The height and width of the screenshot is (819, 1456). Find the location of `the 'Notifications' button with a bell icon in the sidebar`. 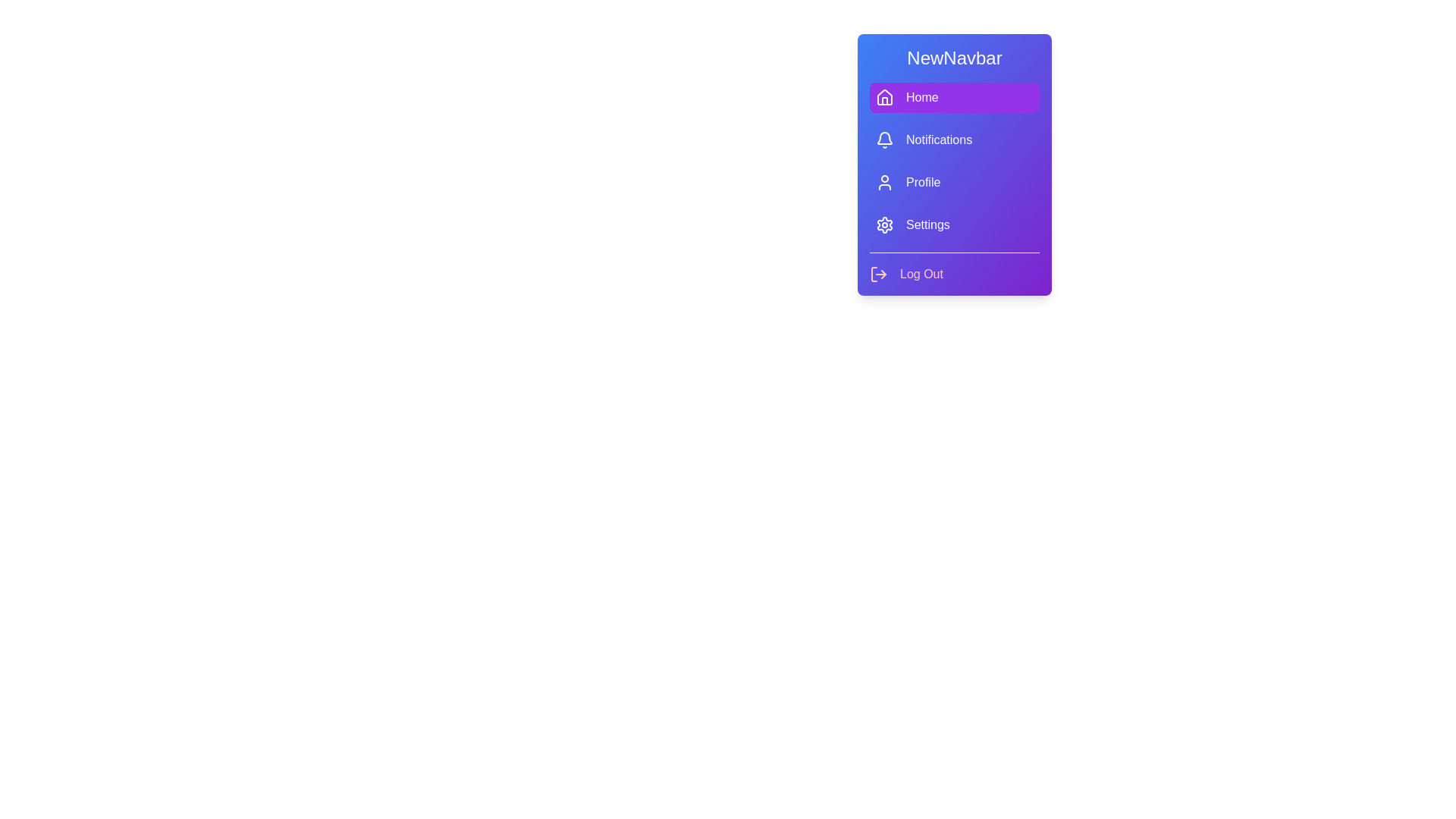

the 'Notifications' button with a bell icon in the sidebar is located at coordinates (953, 140).